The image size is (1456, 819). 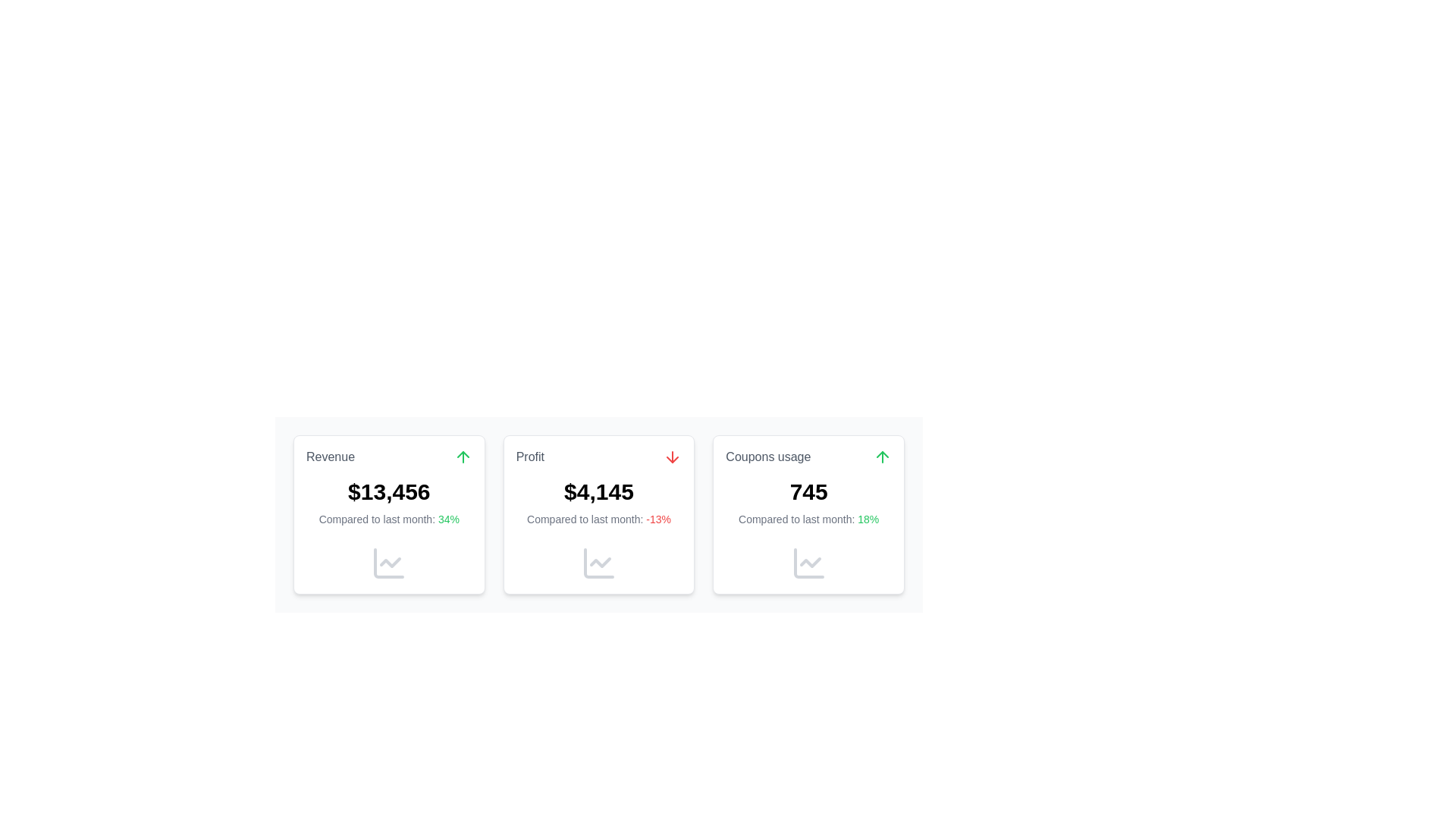 What do you see at coordinates (882, 456) in the screenshot?
I see `the upward trend arrow icon located in the top-right corner of the 'Coupons usage' card, which visually indicates improvement in coupon usage` at bounding box center [882, 456].